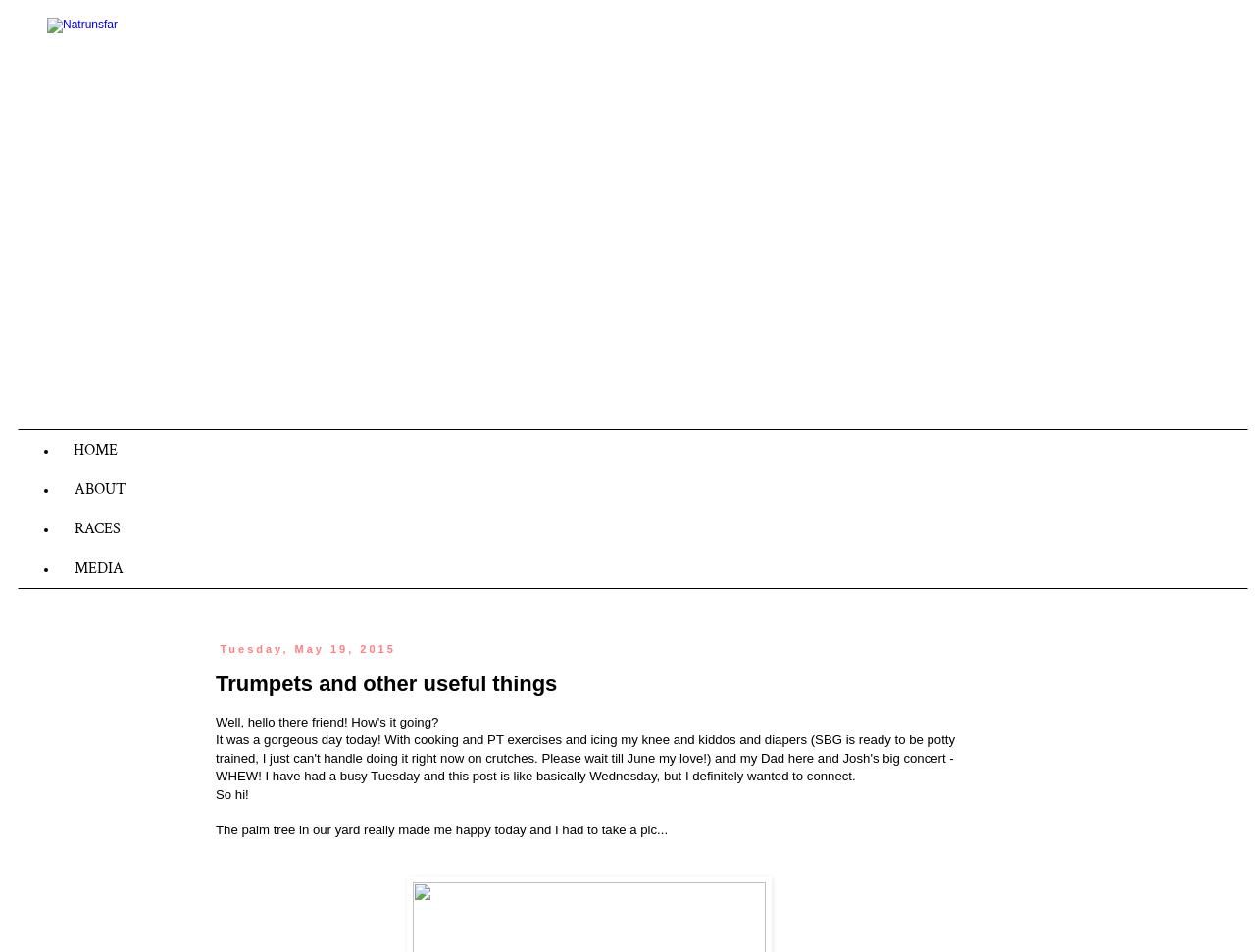 The height and width of the screenshot is (952, 1258). I want to click on 'and my Dad here and Josh's big concert - WHEW! I have had a busy Tuesday and this post is like basically Wednesday, but I definitely wanted to connect.', so click(583, 767).